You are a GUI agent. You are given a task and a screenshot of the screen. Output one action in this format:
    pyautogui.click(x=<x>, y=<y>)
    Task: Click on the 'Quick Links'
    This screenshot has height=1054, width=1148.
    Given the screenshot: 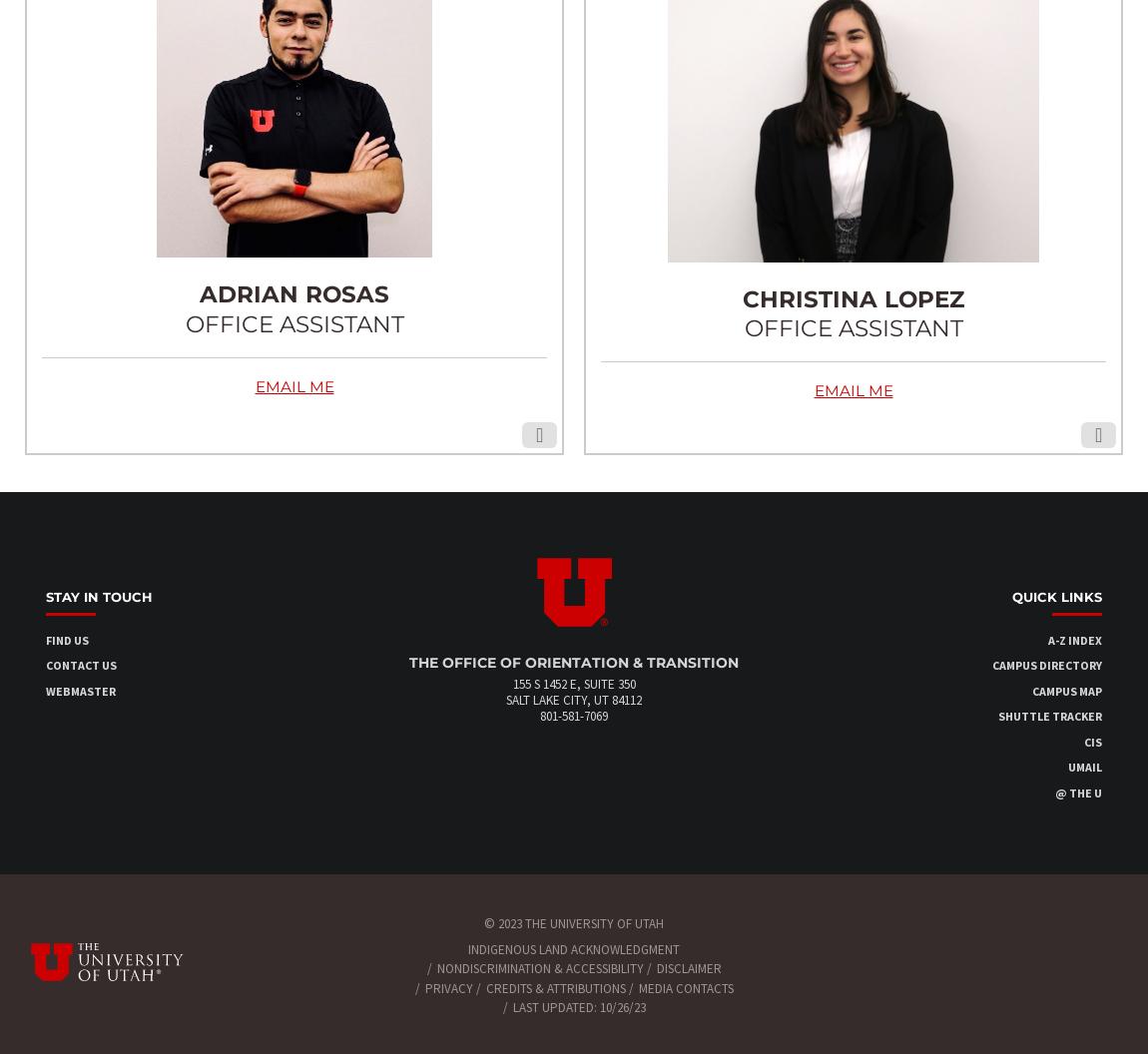 What is the action you would take?
    pyautogui.click(x=1057, y=596)
    